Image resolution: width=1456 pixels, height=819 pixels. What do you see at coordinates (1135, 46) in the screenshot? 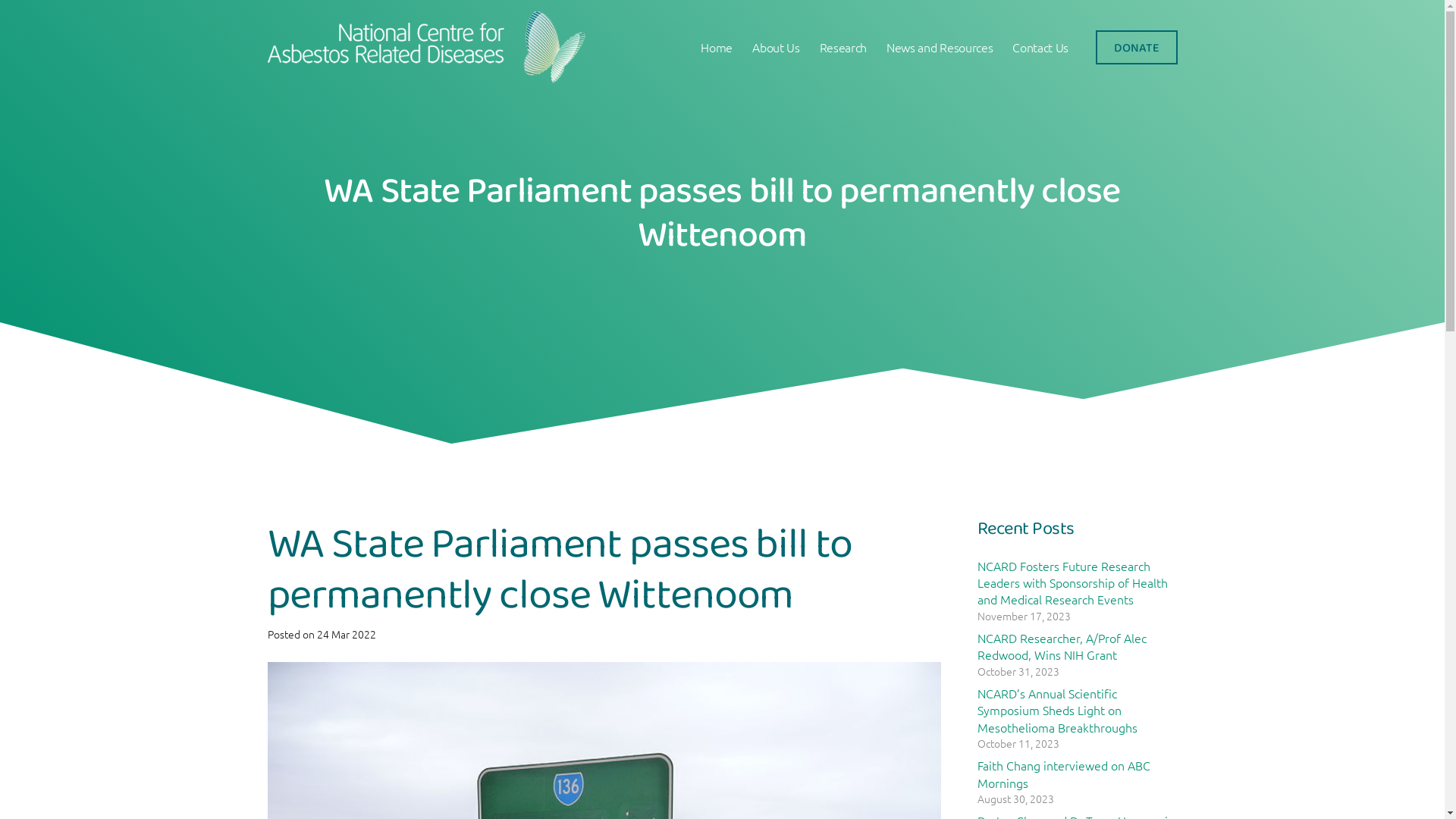
I see `'DONATE'` at bounding box center [1135, 46].